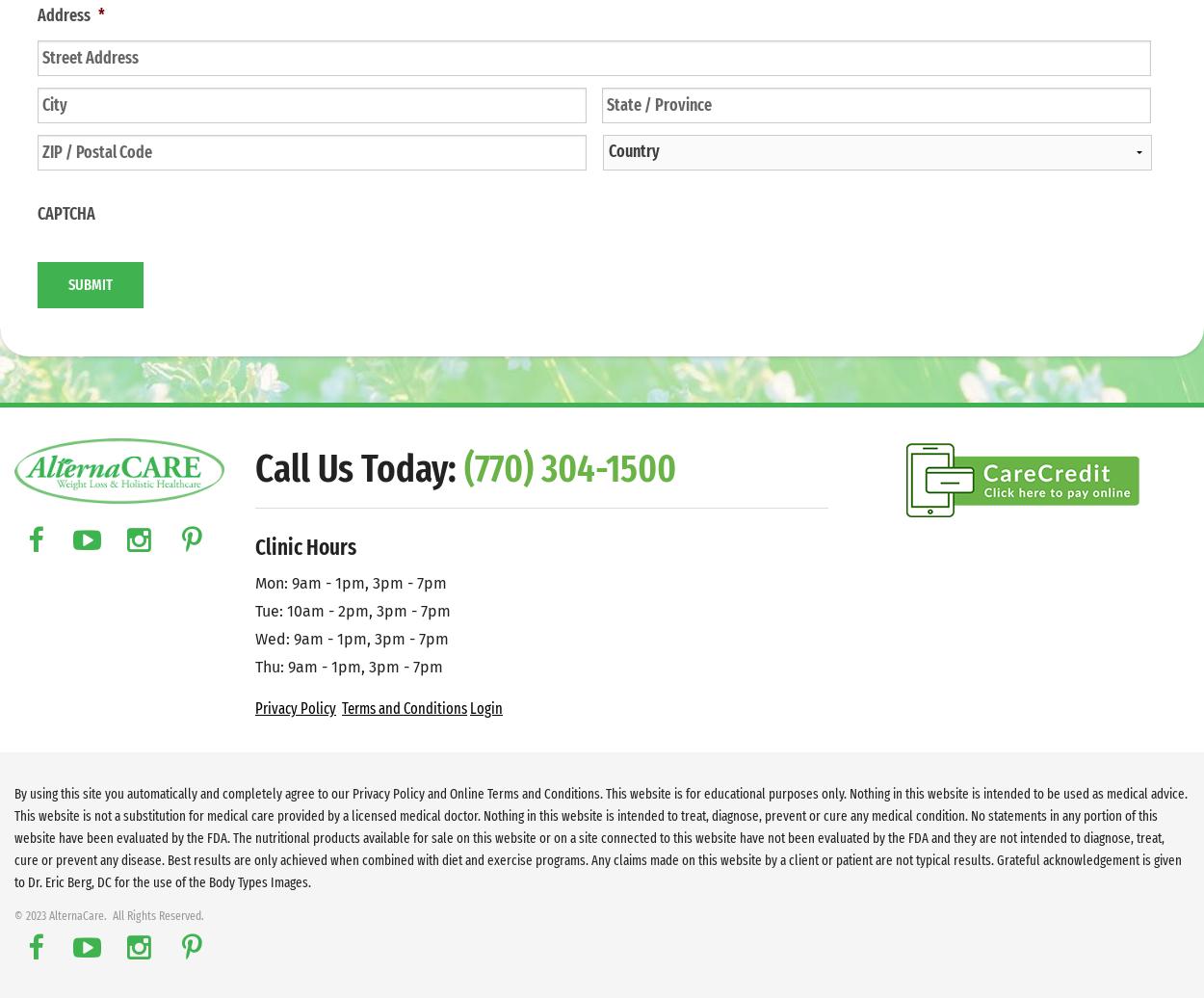  I want to click on 'Call Us Today:', so click(255, 469).